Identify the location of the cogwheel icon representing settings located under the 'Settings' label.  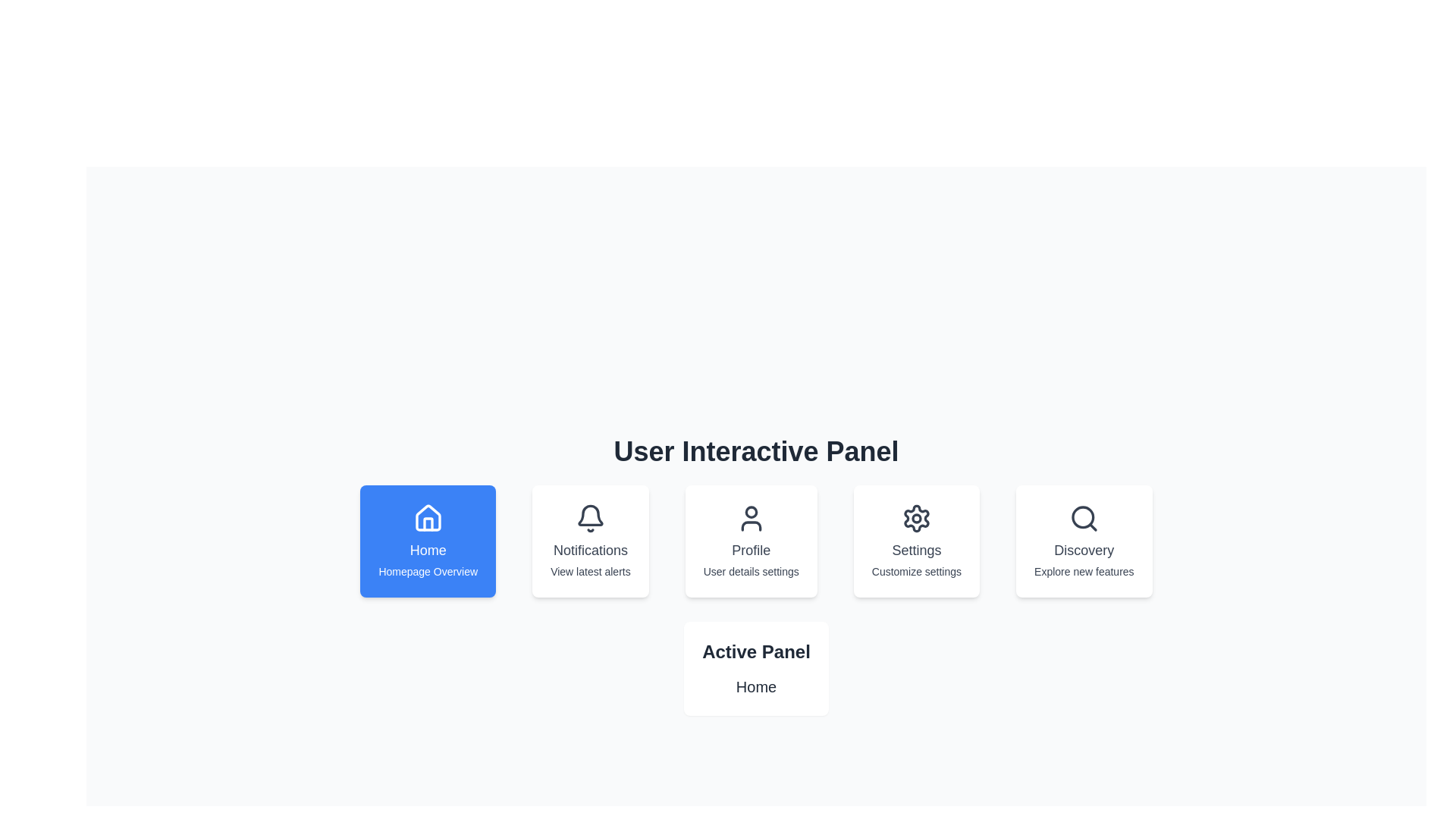
(915, 517).